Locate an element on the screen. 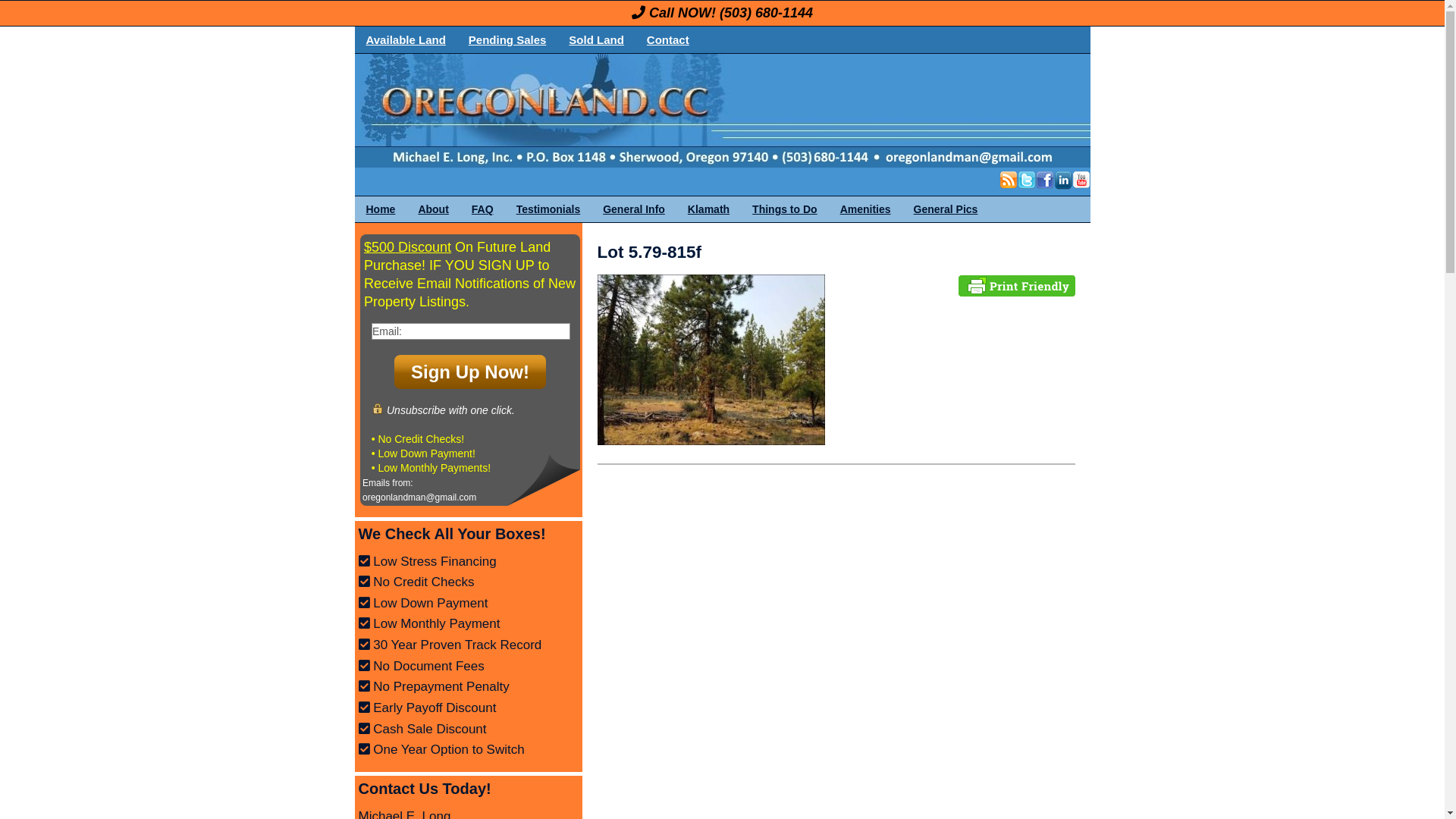 The image size is (1456, 819). 'General Pics' is located at coordinates (945, 209).